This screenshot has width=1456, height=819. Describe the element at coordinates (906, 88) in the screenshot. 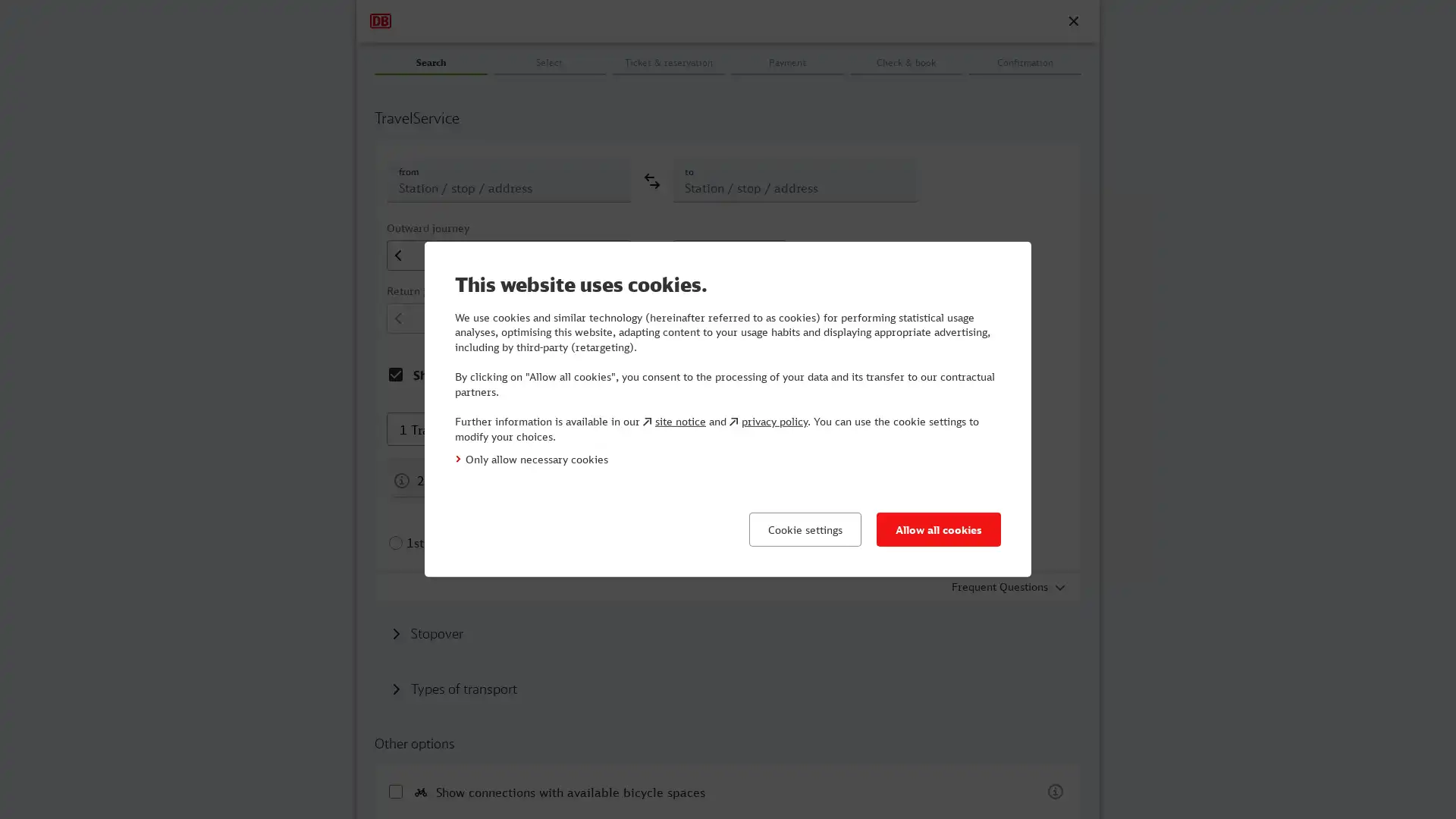

I see `Search connection` at that location.